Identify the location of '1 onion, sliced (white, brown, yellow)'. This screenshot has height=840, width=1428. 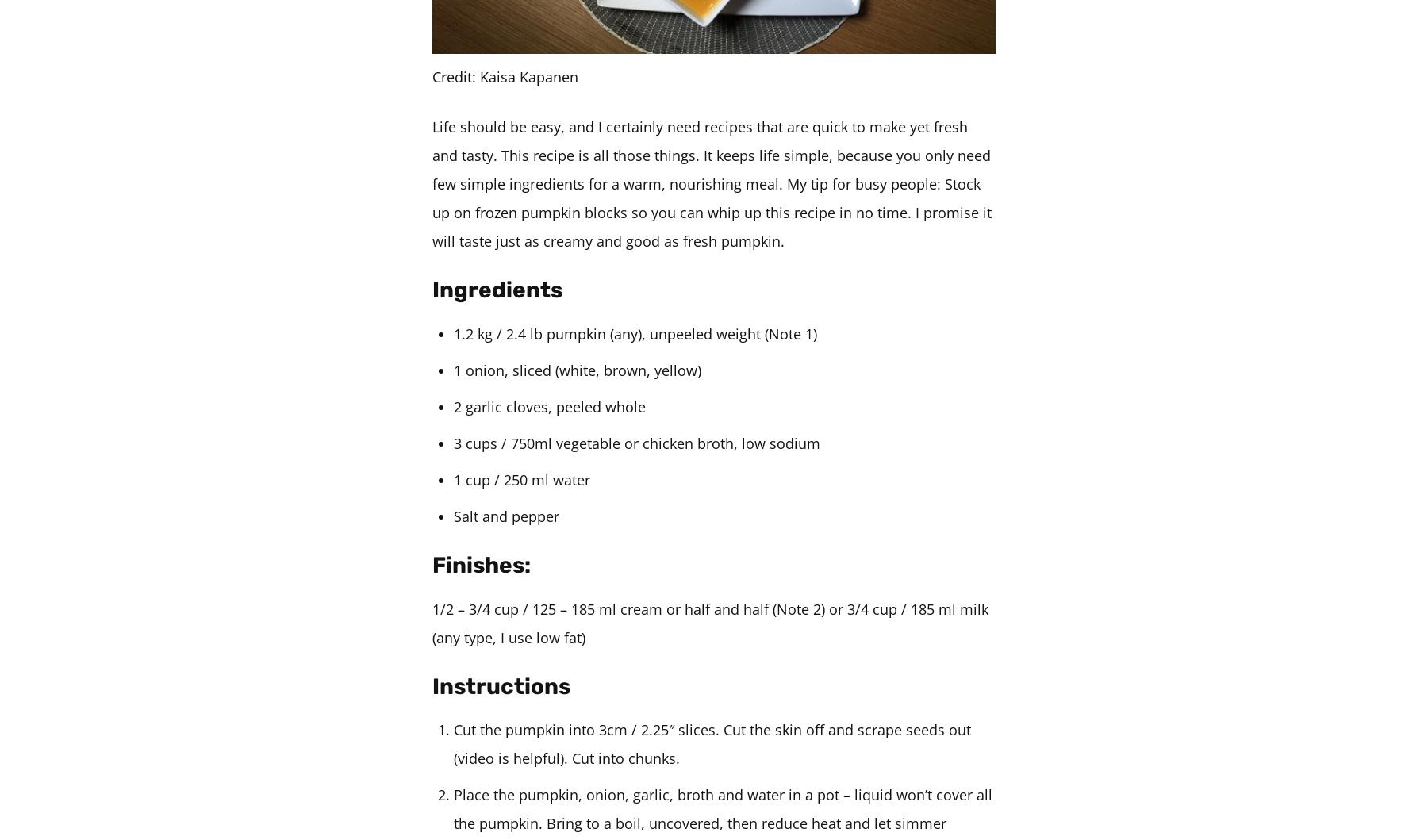
(576, 369).